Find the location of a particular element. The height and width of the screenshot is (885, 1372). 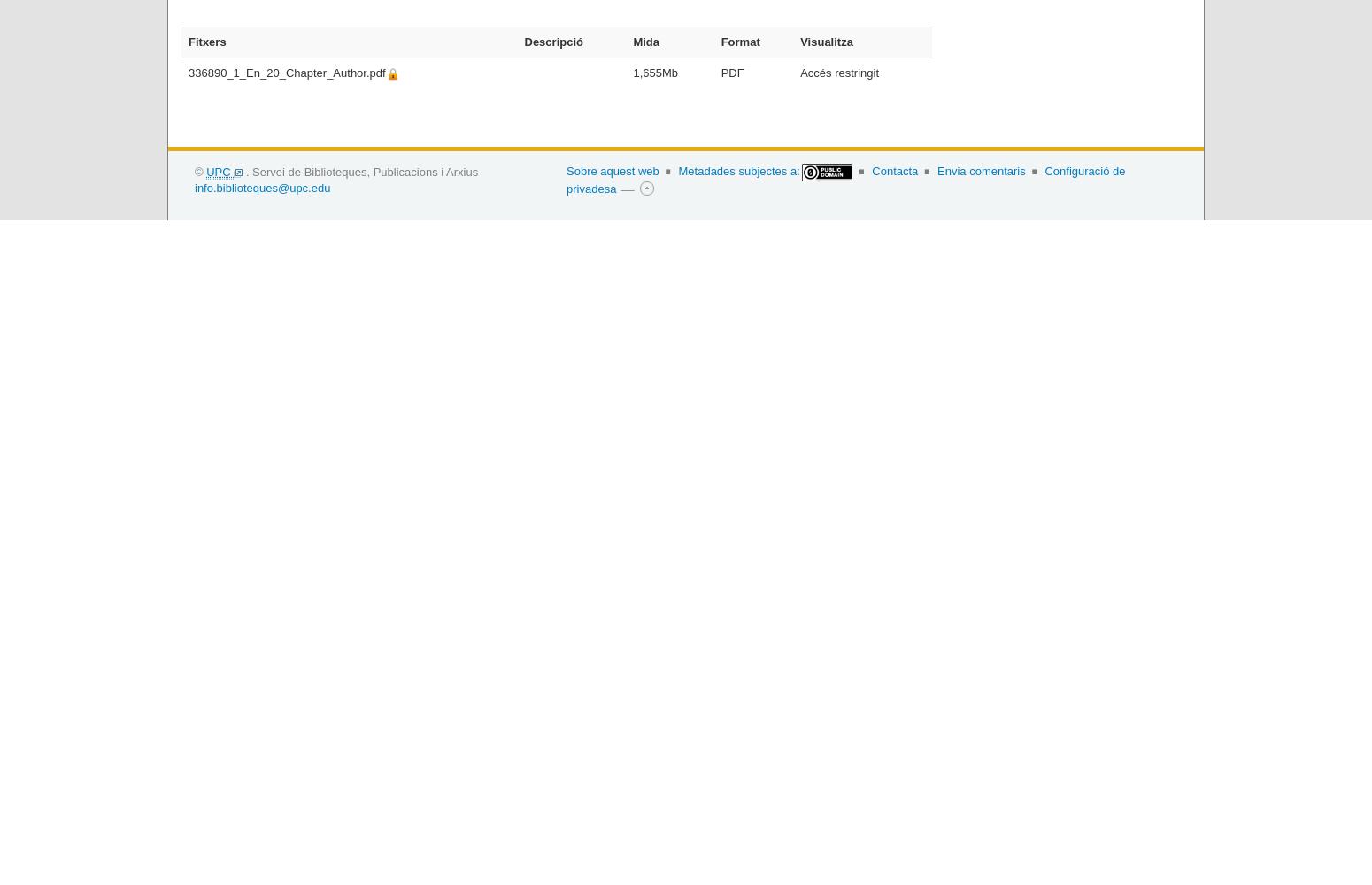

'Sobre aquest web' is located at coordinates (612, 169).